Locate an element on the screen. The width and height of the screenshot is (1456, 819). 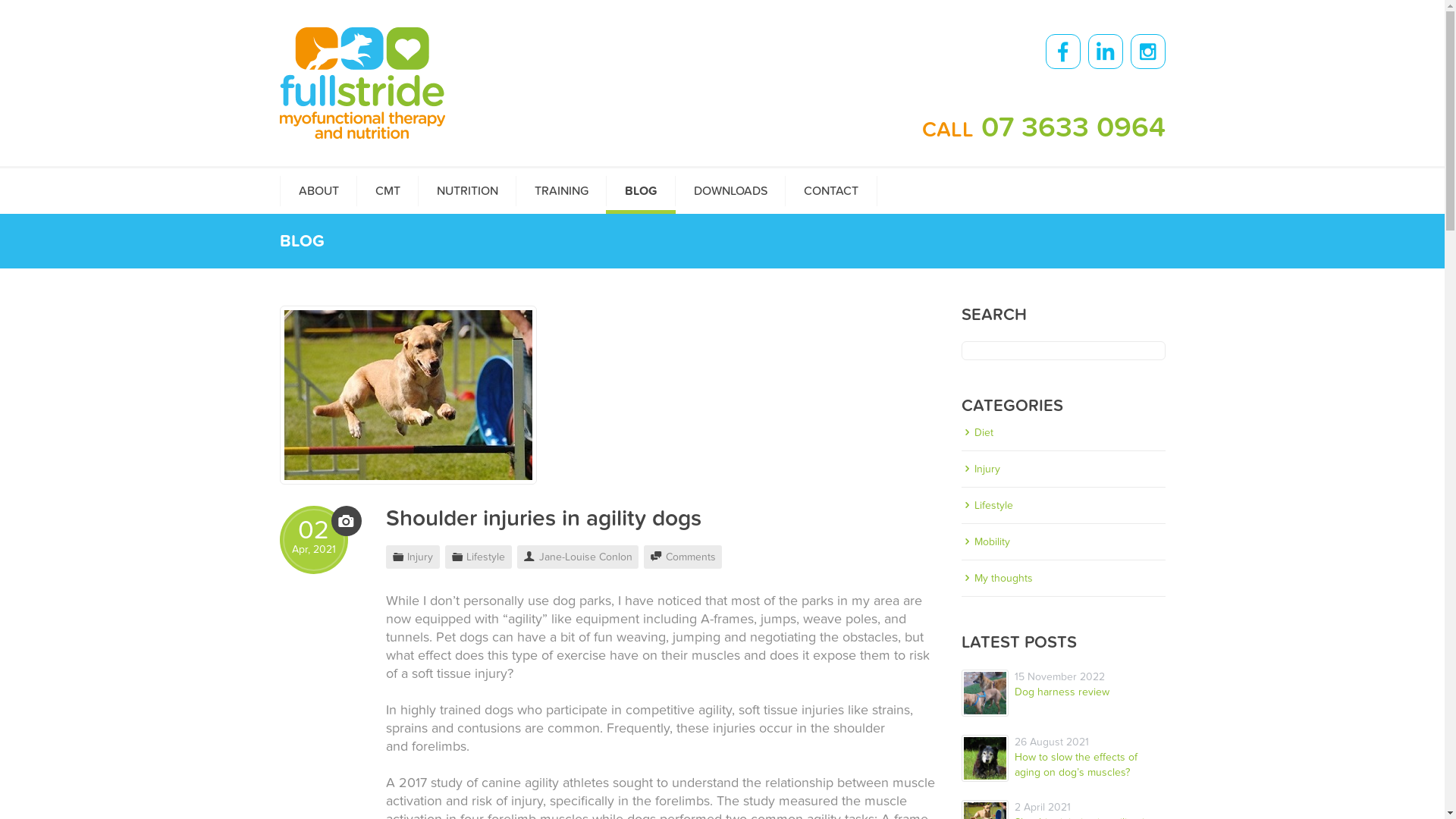
'Mobility' is located at coordinates (960, 541).